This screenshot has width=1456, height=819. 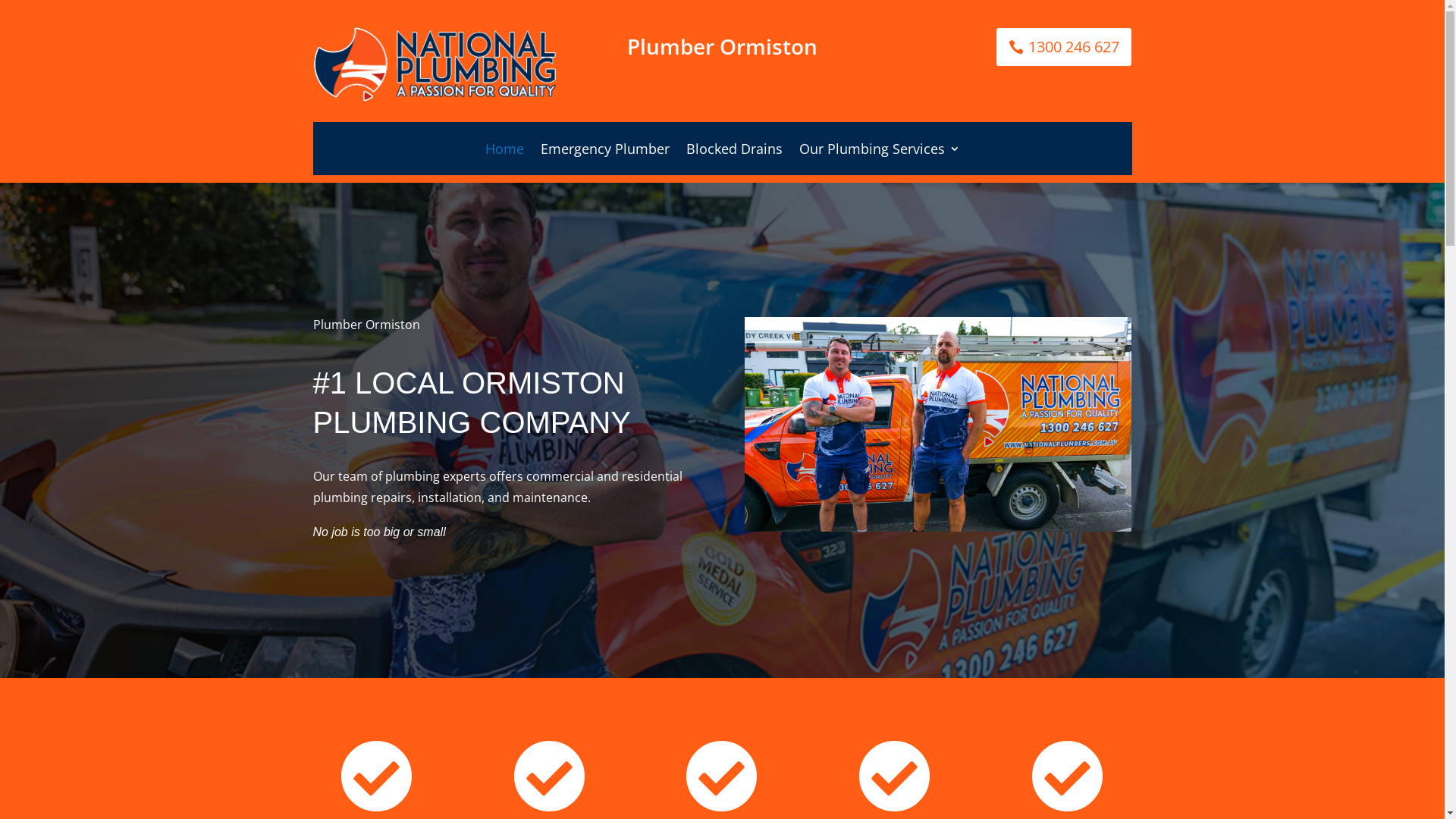 I want to click on 'Home', so click(x=504, y=152).